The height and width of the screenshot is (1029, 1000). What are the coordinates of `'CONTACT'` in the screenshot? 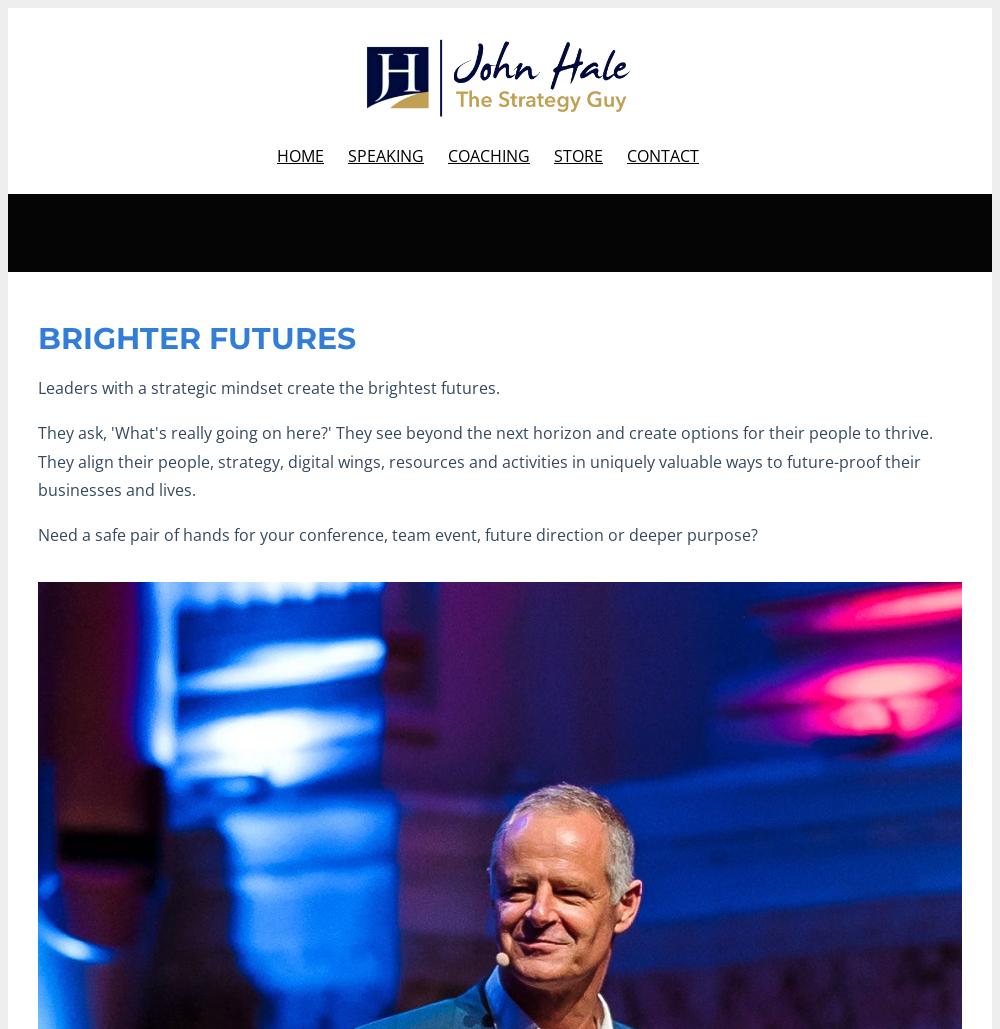 It's located at (627, 155).